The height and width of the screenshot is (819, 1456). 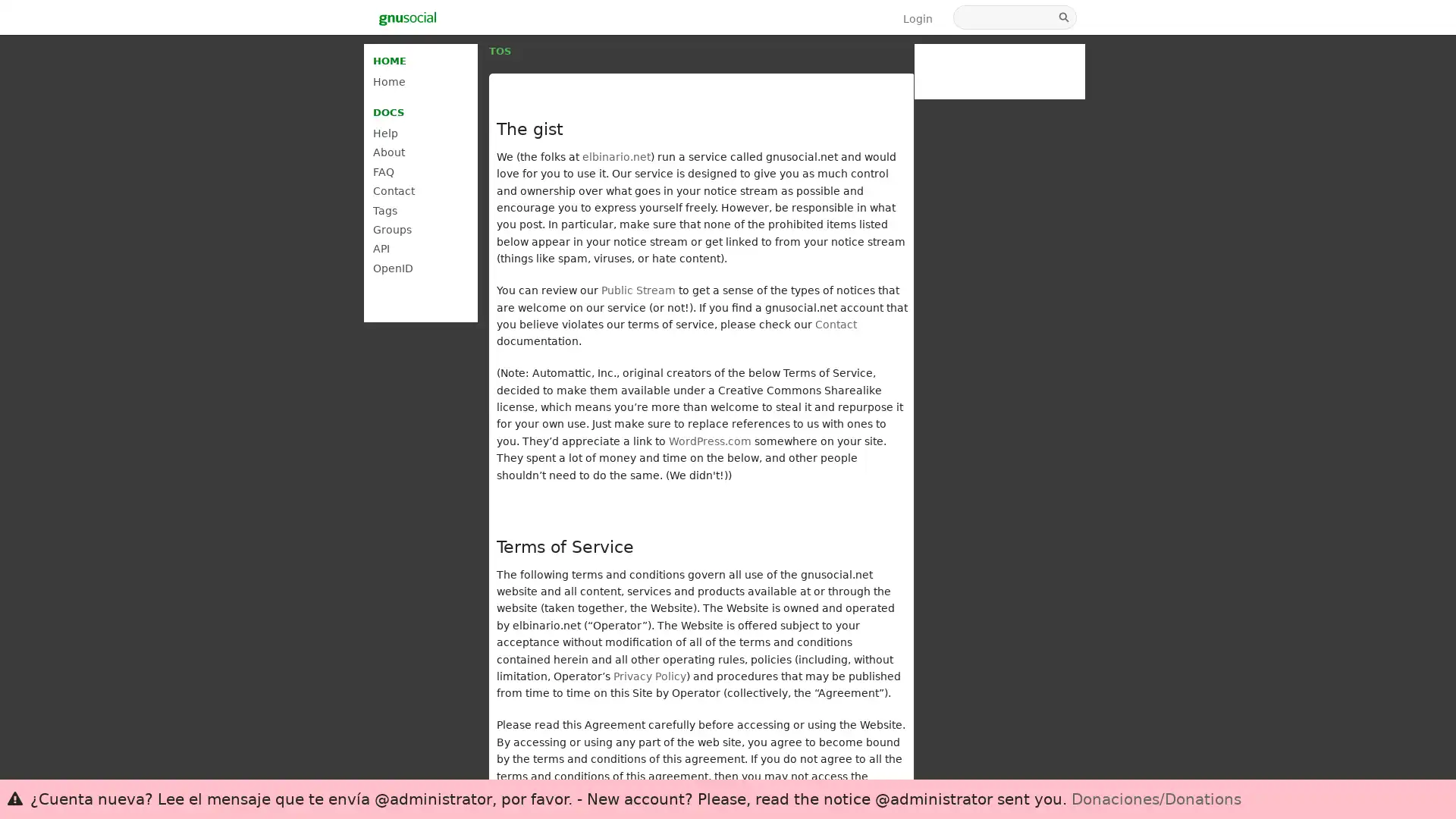 What do you see at coordinates (1065, 17) in the screenshot?
I see `Search` at bounding box center [1065, 17].